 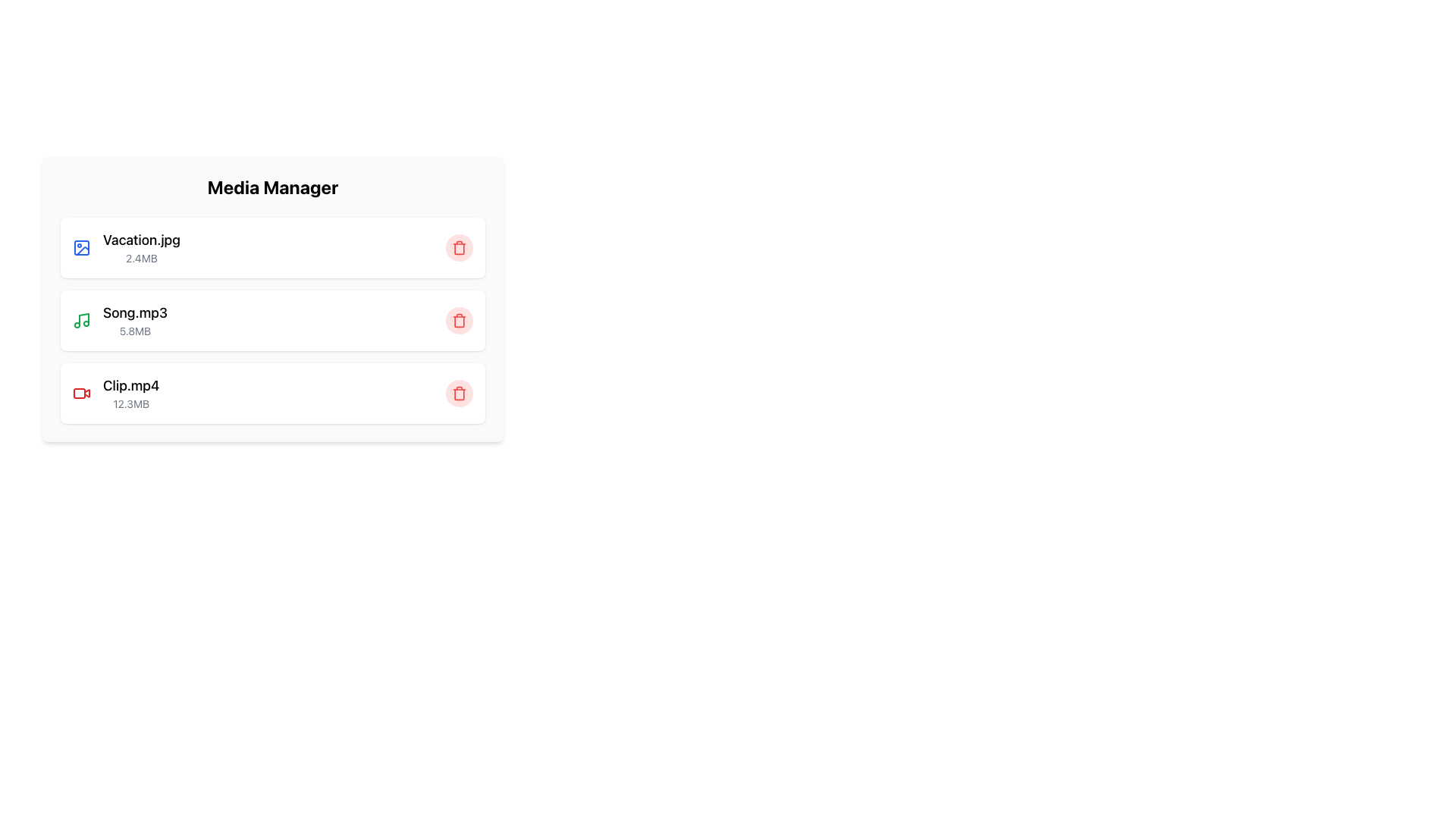 I want to click on the text label that displays the file size information for 'Vacation.jpg', located directly below the file name in the first row of the file listing, so click(x=142, y=257).